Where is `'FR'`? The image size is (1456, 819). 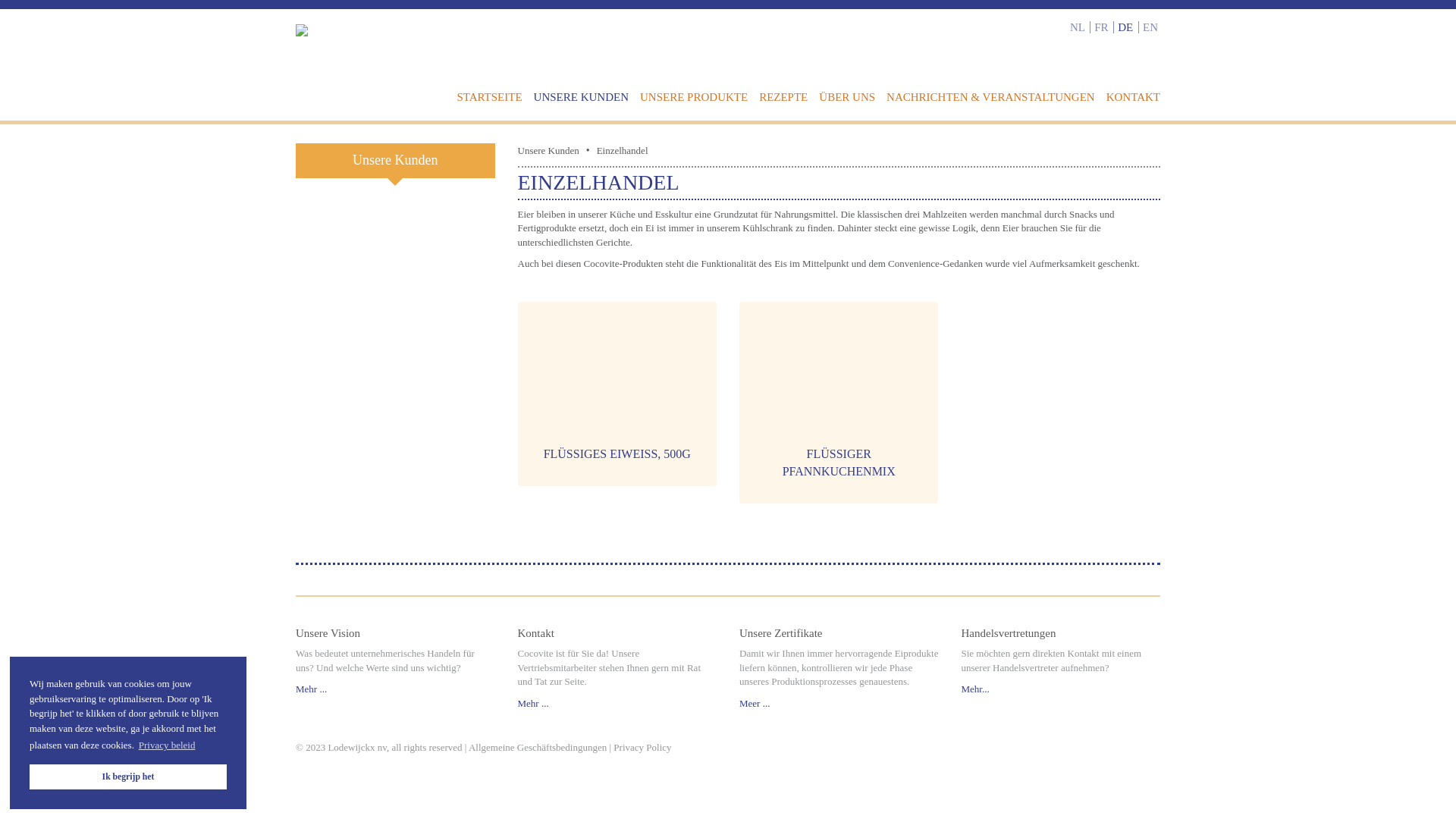 'FR' is located at coordinates (1103, 27).